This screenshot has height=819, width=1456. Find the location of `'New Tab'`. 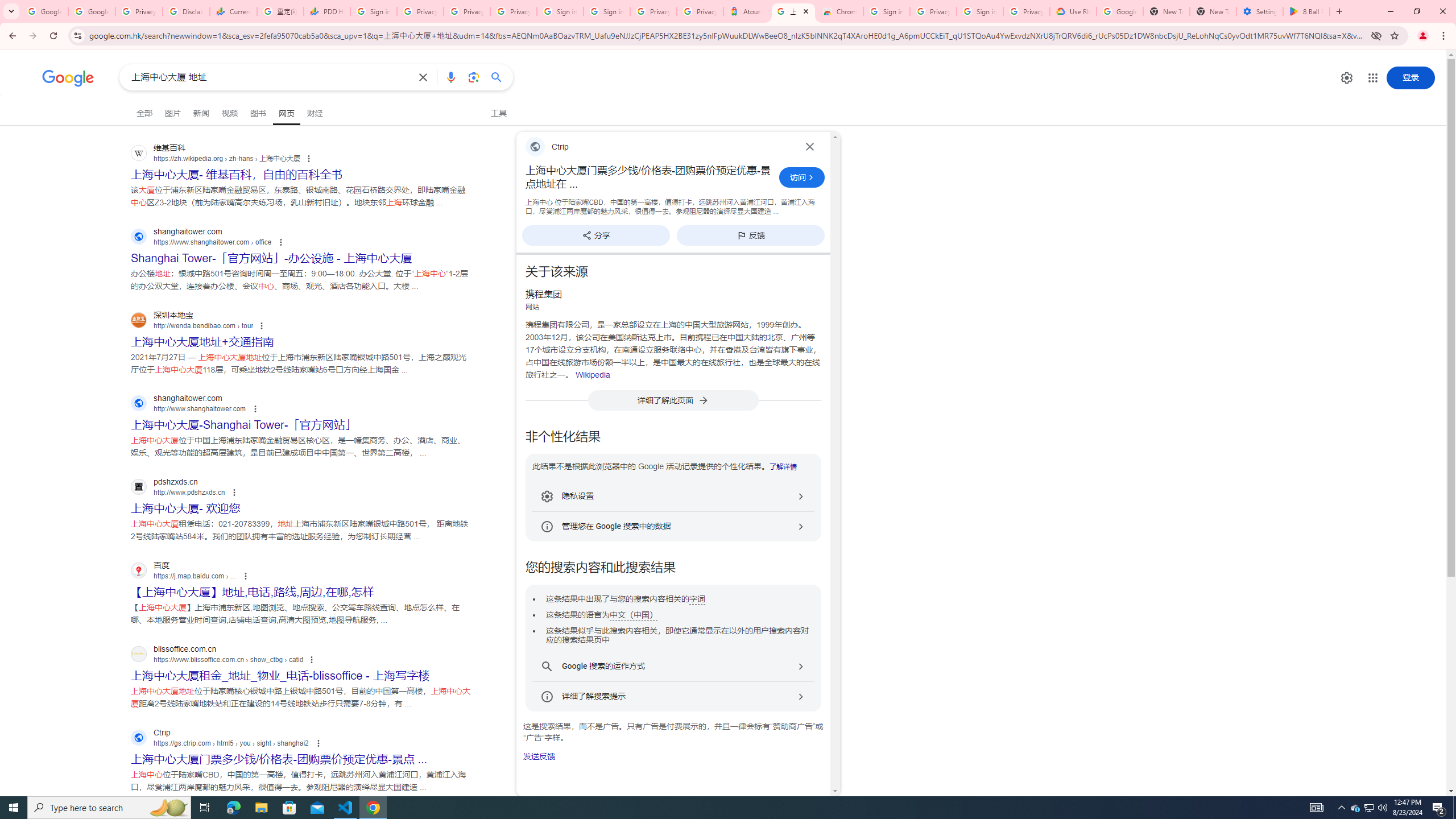

'New Tab' is located at coordinates (1213, 11).